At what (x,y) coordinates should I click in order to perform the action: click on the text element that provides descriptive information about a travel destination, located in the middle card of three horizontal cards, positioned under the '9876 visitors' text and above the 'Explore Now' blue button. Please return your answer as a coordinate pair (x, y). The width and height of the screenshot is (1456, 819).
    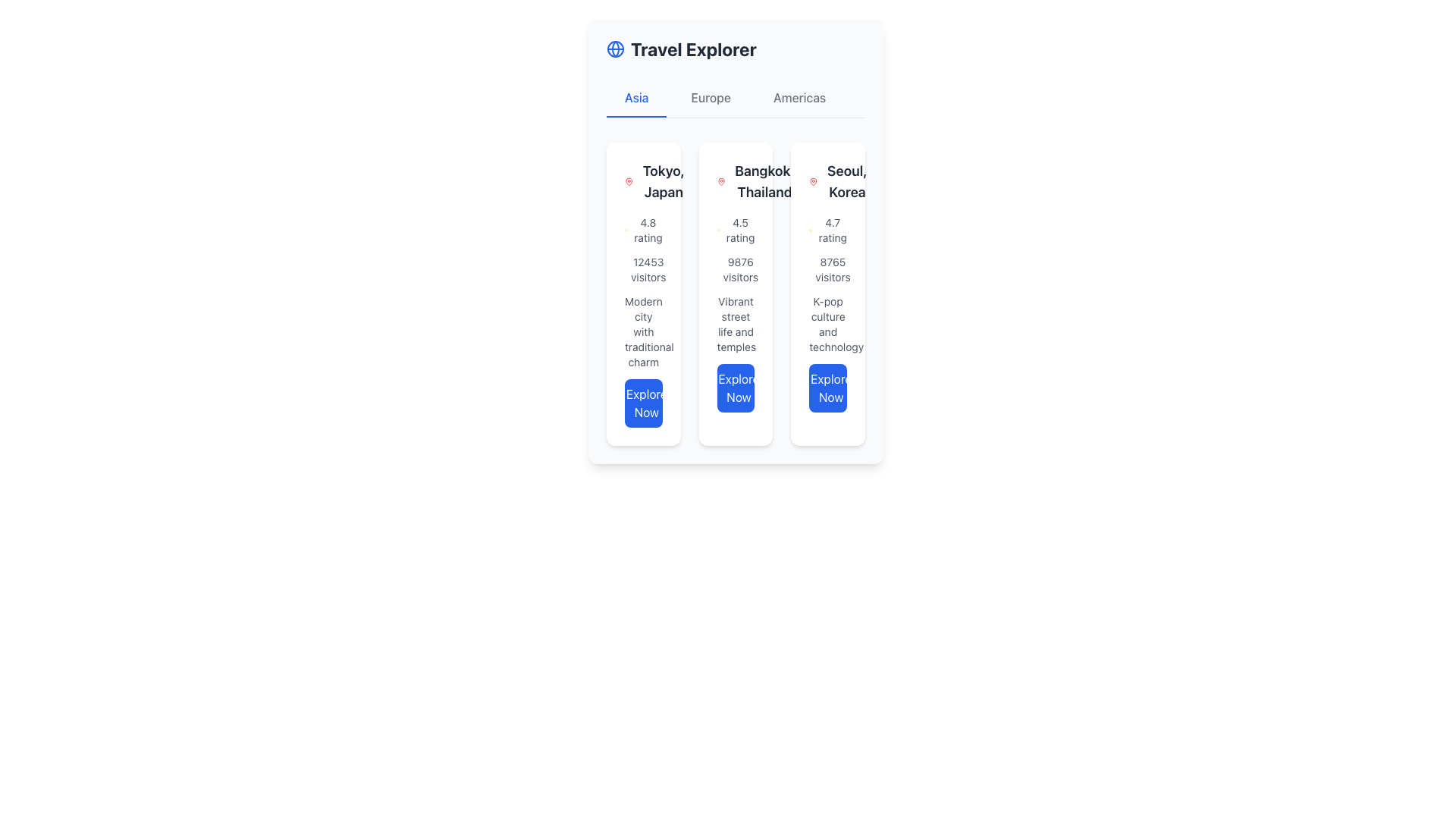
    Looking at the image, I should click on (736, 324).